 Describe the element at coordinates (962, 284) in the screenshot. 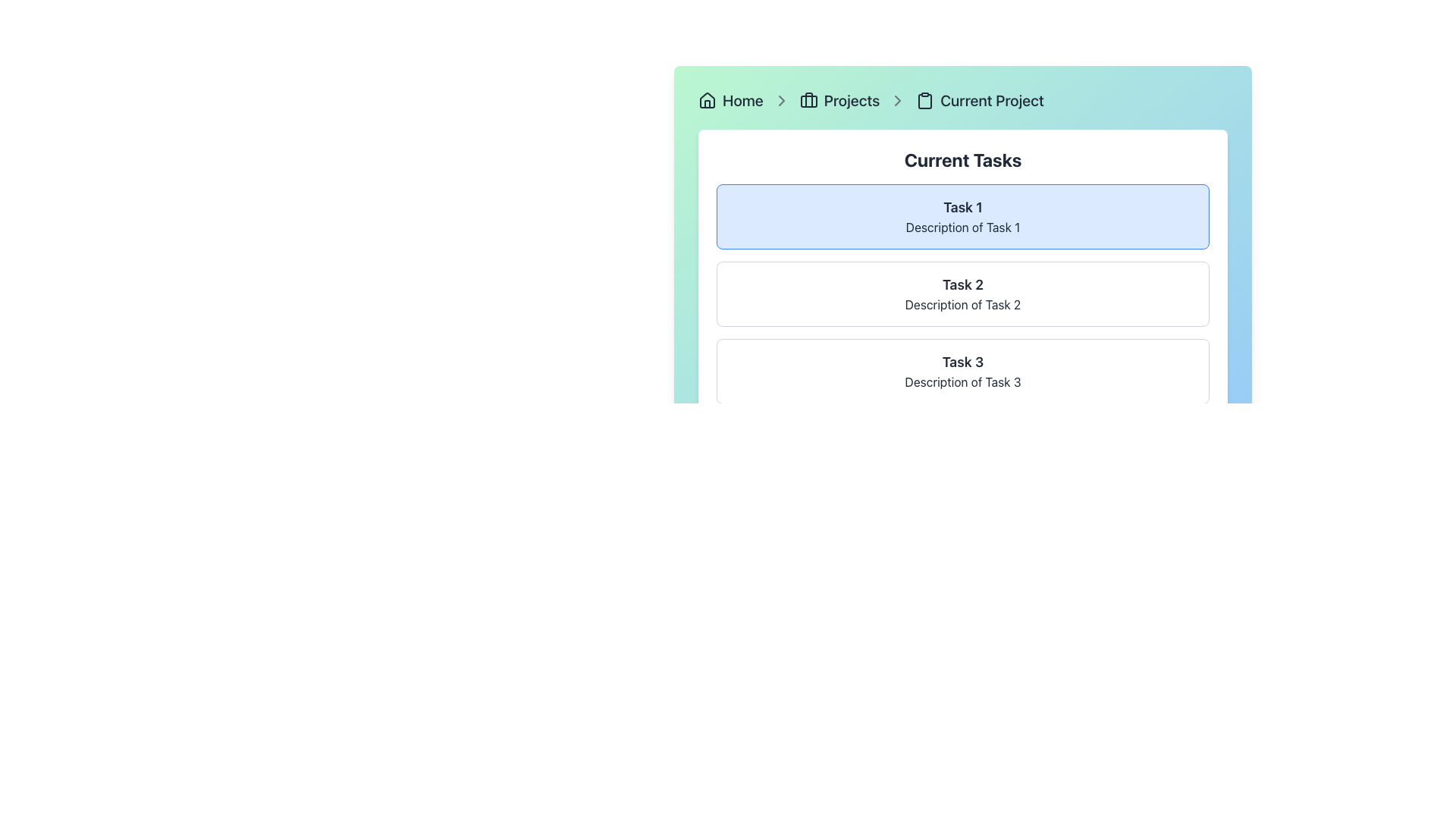

I see `the text label displaying 'Task 2'` at that location.